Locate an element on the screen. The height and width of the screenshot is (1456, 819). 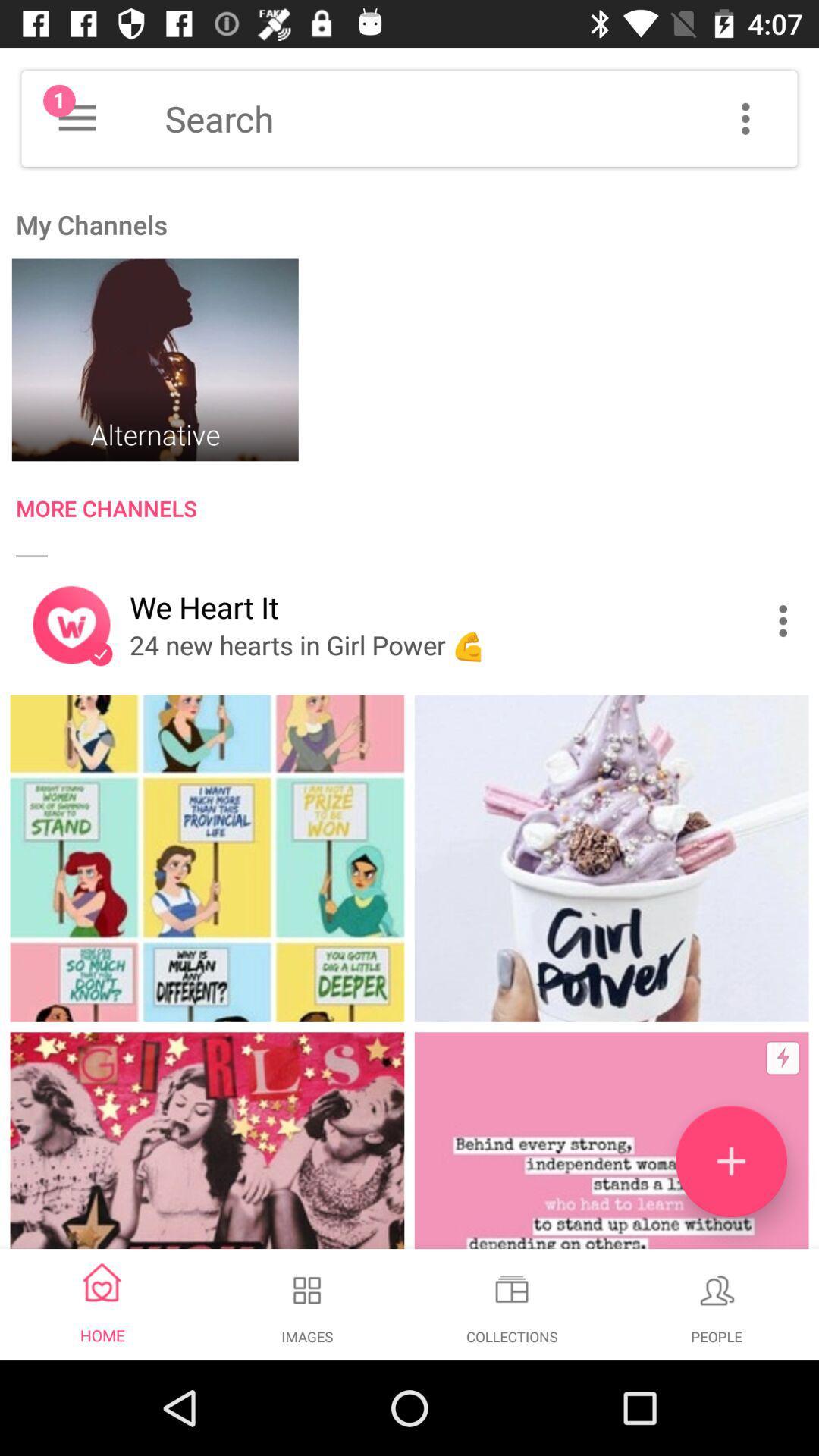
the red color text more channels below image is located at coordinates (417, 512).